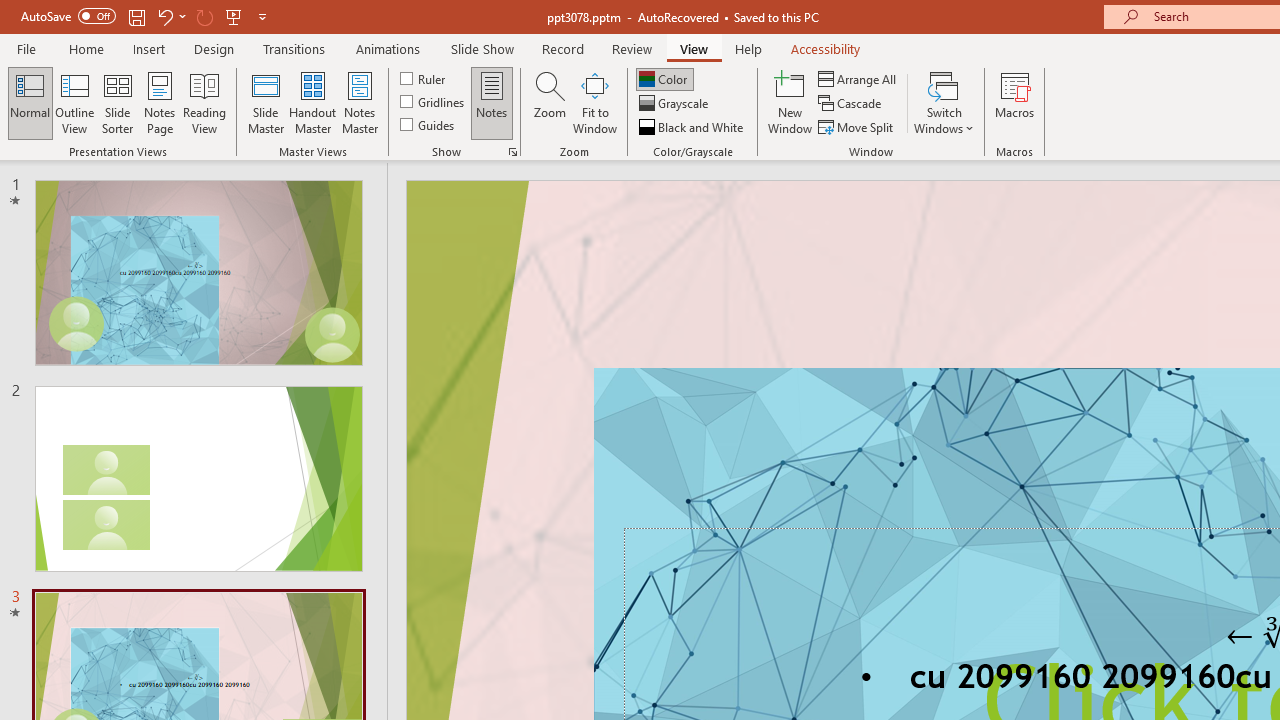 The height and width of the screenshot is (720, 1280). What do you see at coordinates (432, 101) in the screenshot?
I see `'Gridlines'` at bounding box center [432, 101].